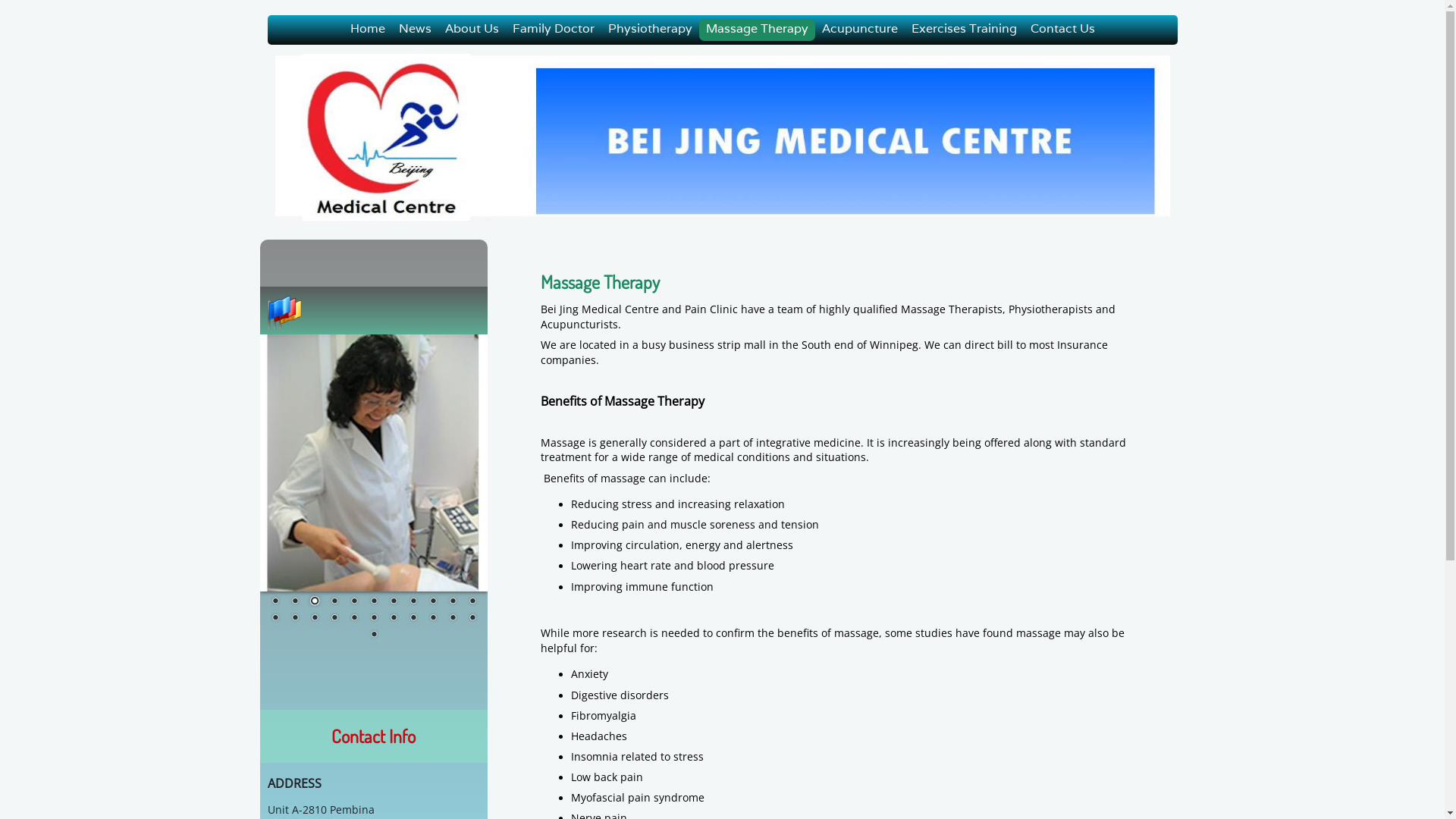 This screenshot has width=1456, height=819. Describe the element at coordinates (367, 30) in the screenshot. I see `'Home'` at that location.